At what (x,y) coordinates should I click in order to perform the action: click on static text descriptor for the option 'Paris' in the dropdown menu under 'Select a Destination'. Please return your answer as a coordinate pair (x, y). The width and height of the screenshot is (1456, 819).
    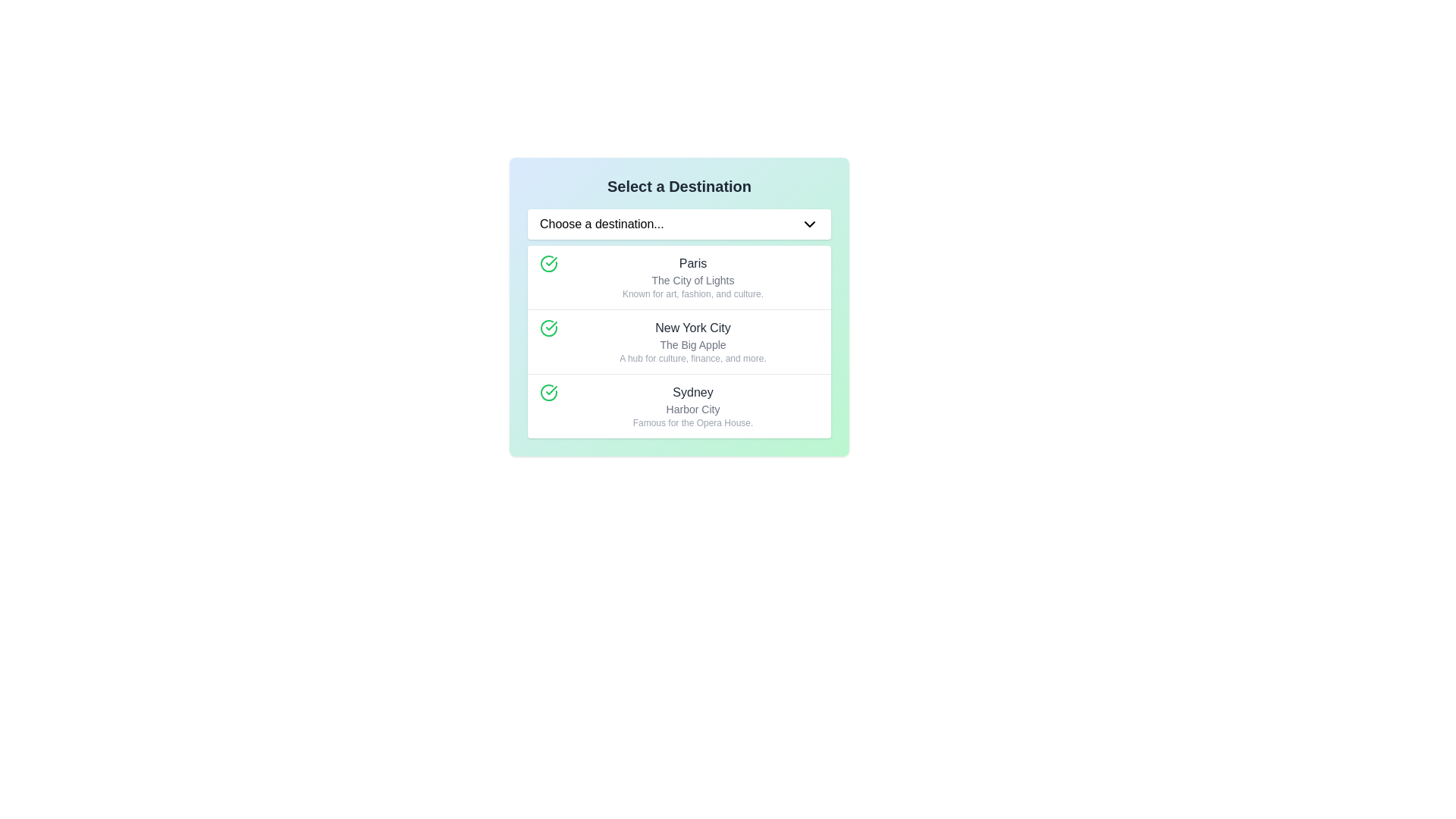
    Looking at the image, I should click on (692, 278).